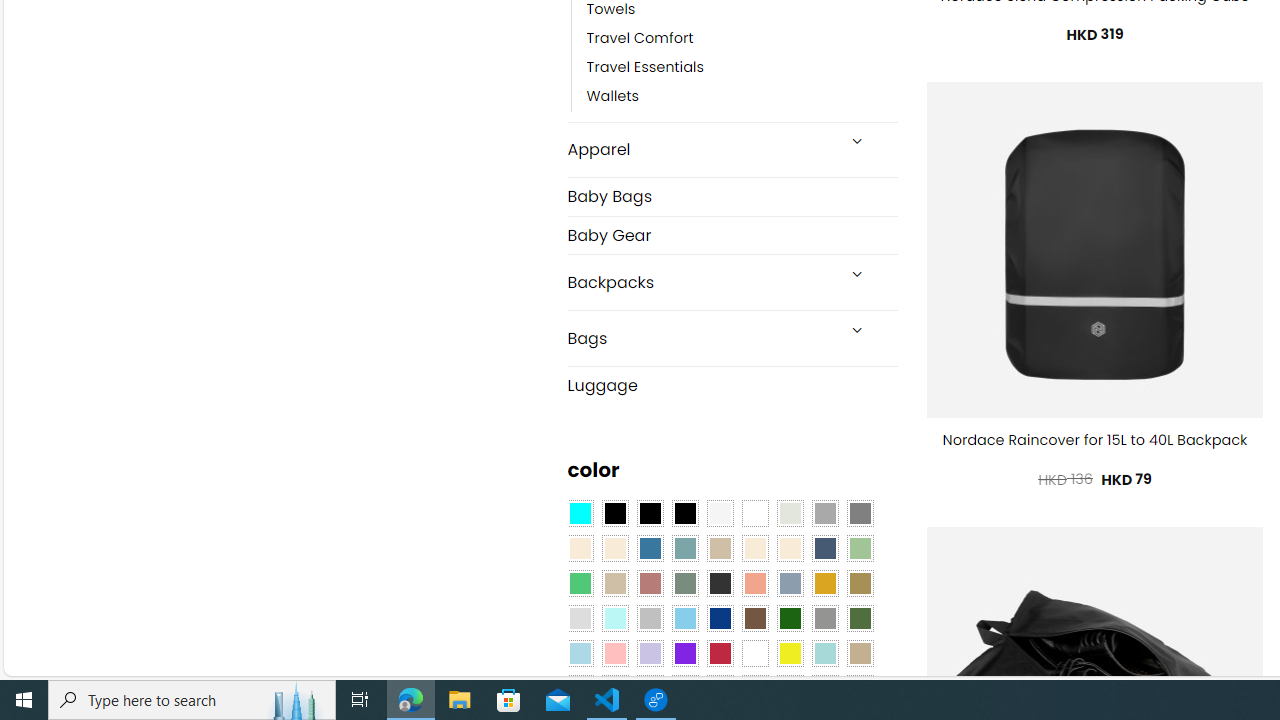 Image resolution: width=1280 pixels, height=720 pixels. Describe the element at coordinates (824, 513) in the screenshot. I see `'Dark Gray'` at that location.